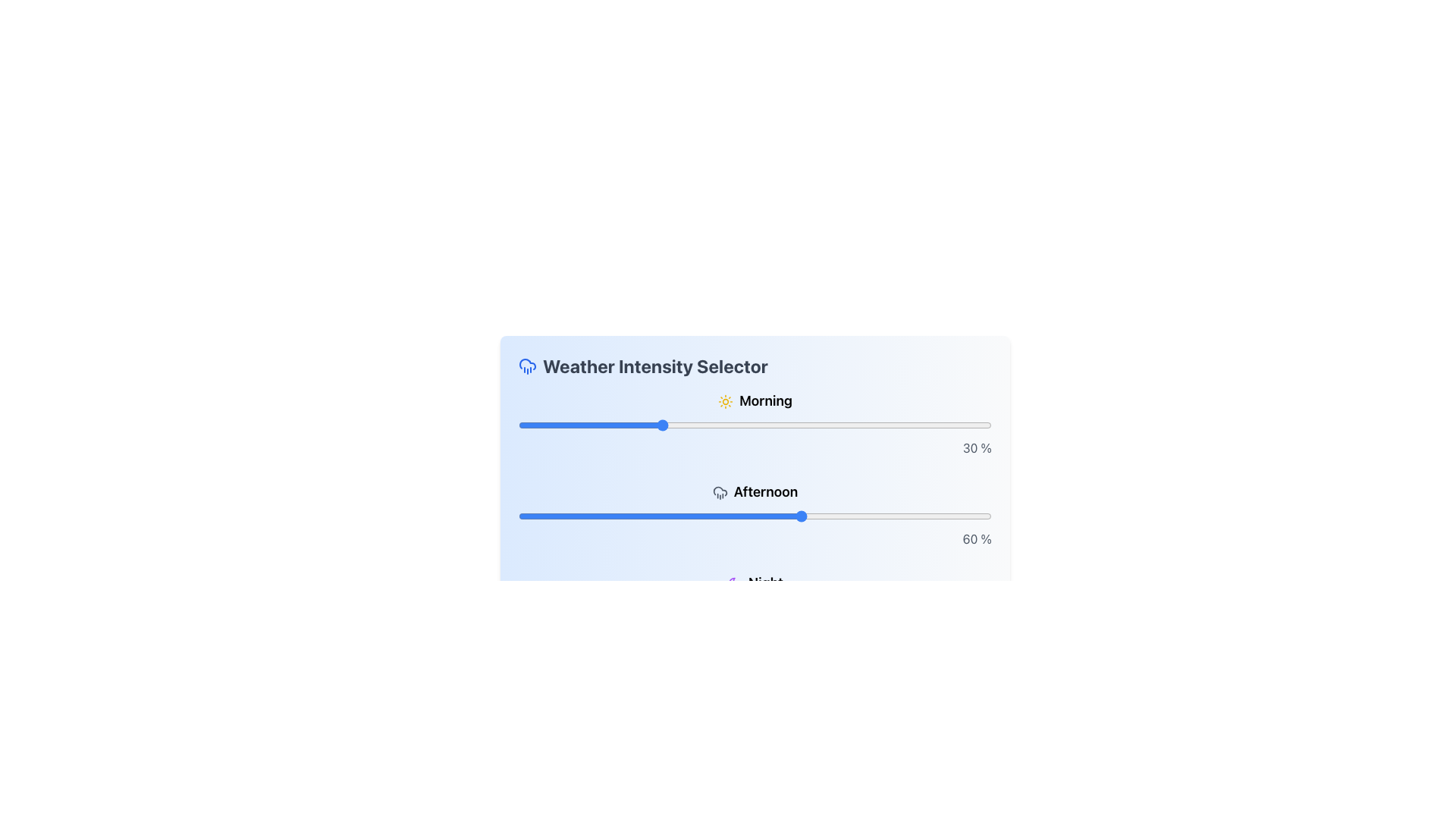  What do you see at coordinates (830, 425) in the screenshot?
I see `the morning weather intensity` at bounding box center [830, 425].